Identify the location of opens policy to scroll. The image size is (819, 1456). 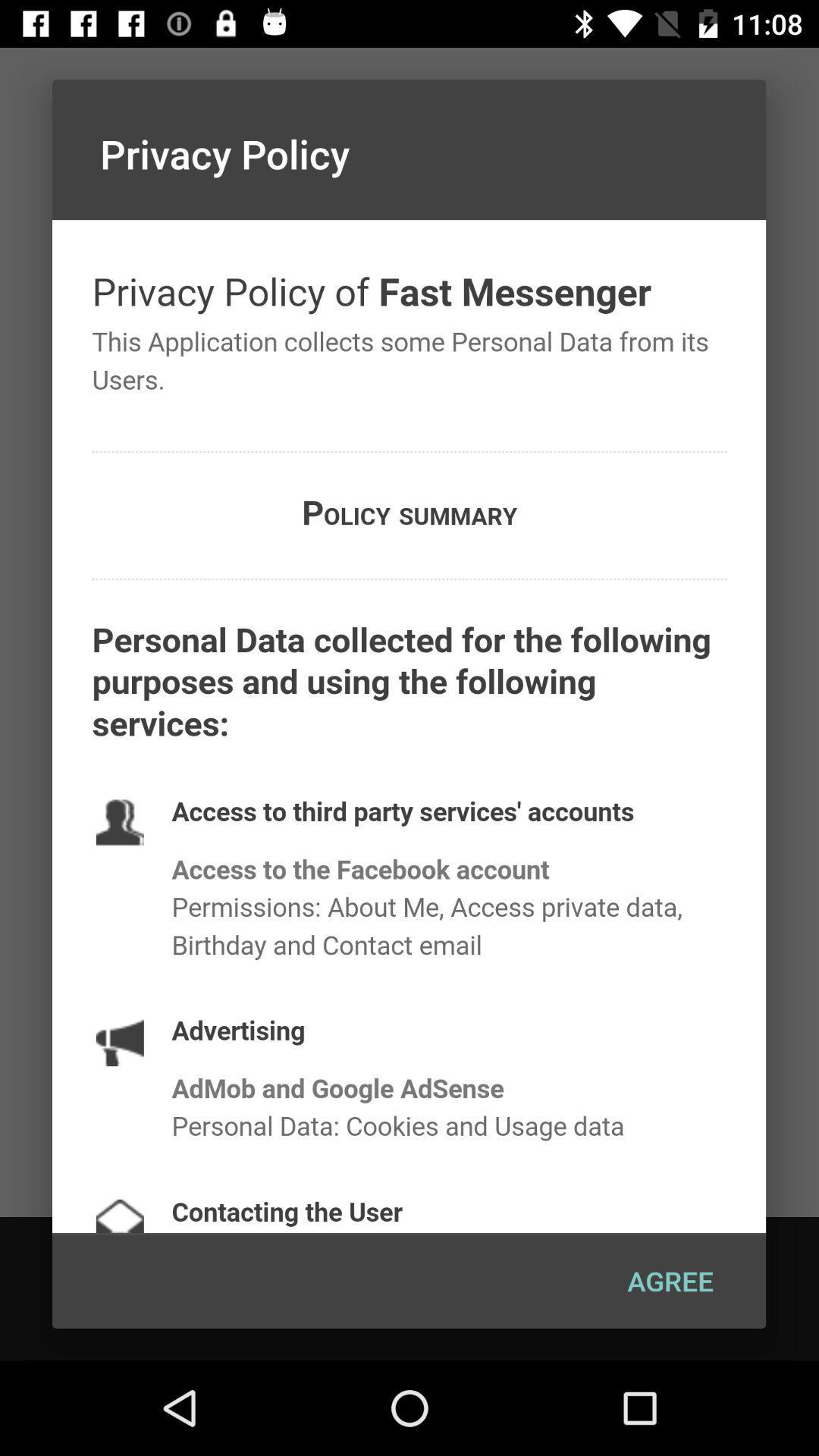
(408, 726).